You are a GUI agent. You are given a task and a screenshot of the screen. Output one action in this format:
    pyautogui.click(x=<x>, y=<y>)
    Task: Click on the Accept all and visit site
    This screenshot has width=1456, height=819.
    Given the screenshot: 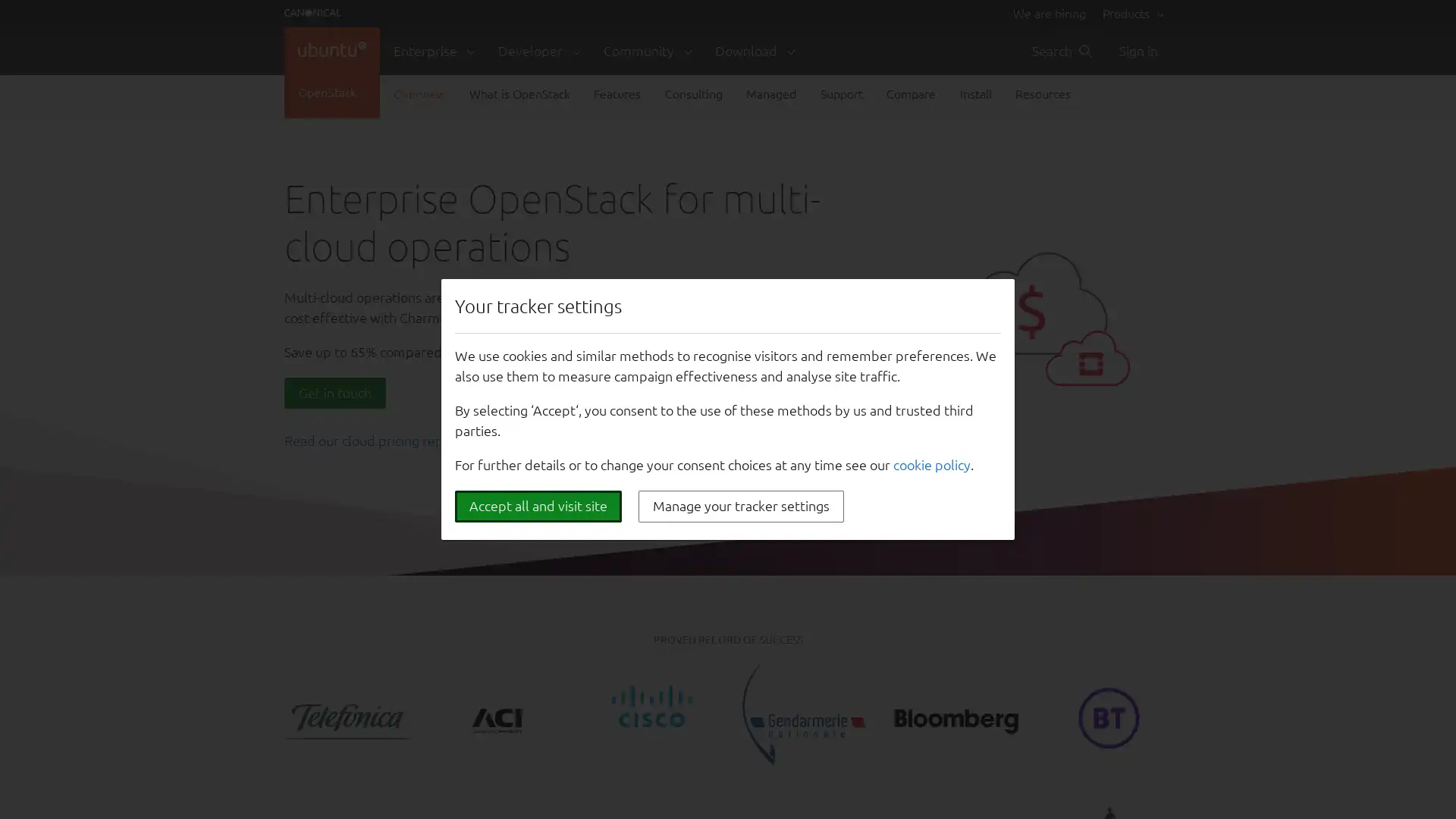 What is the action you would take?
    pyautogui.click(x=538, y=506)
    